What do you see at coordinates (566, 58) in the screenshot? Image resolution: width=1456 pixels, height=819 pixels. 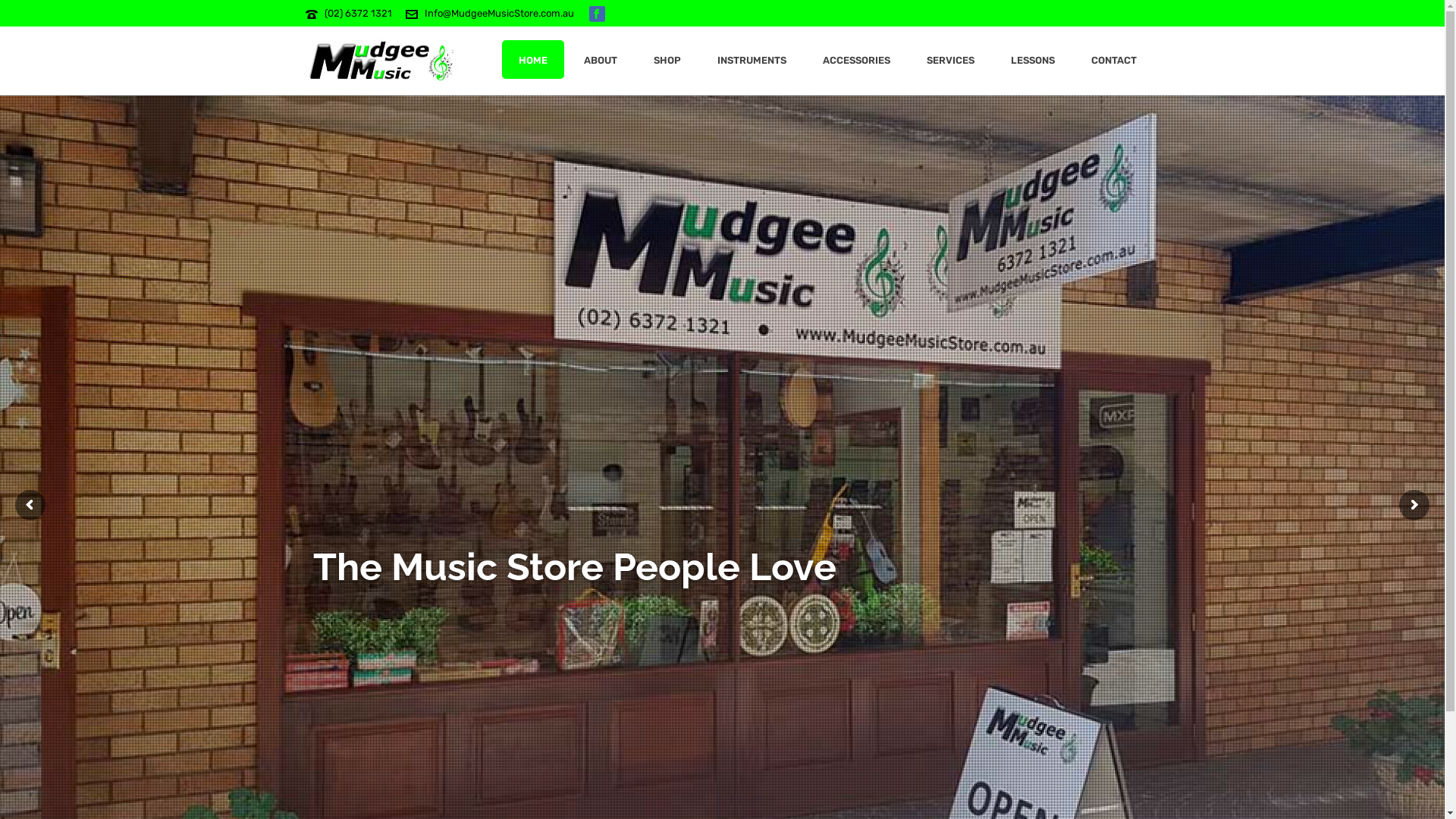 I see `'ABOUT'` at bounding box center [566, 58].